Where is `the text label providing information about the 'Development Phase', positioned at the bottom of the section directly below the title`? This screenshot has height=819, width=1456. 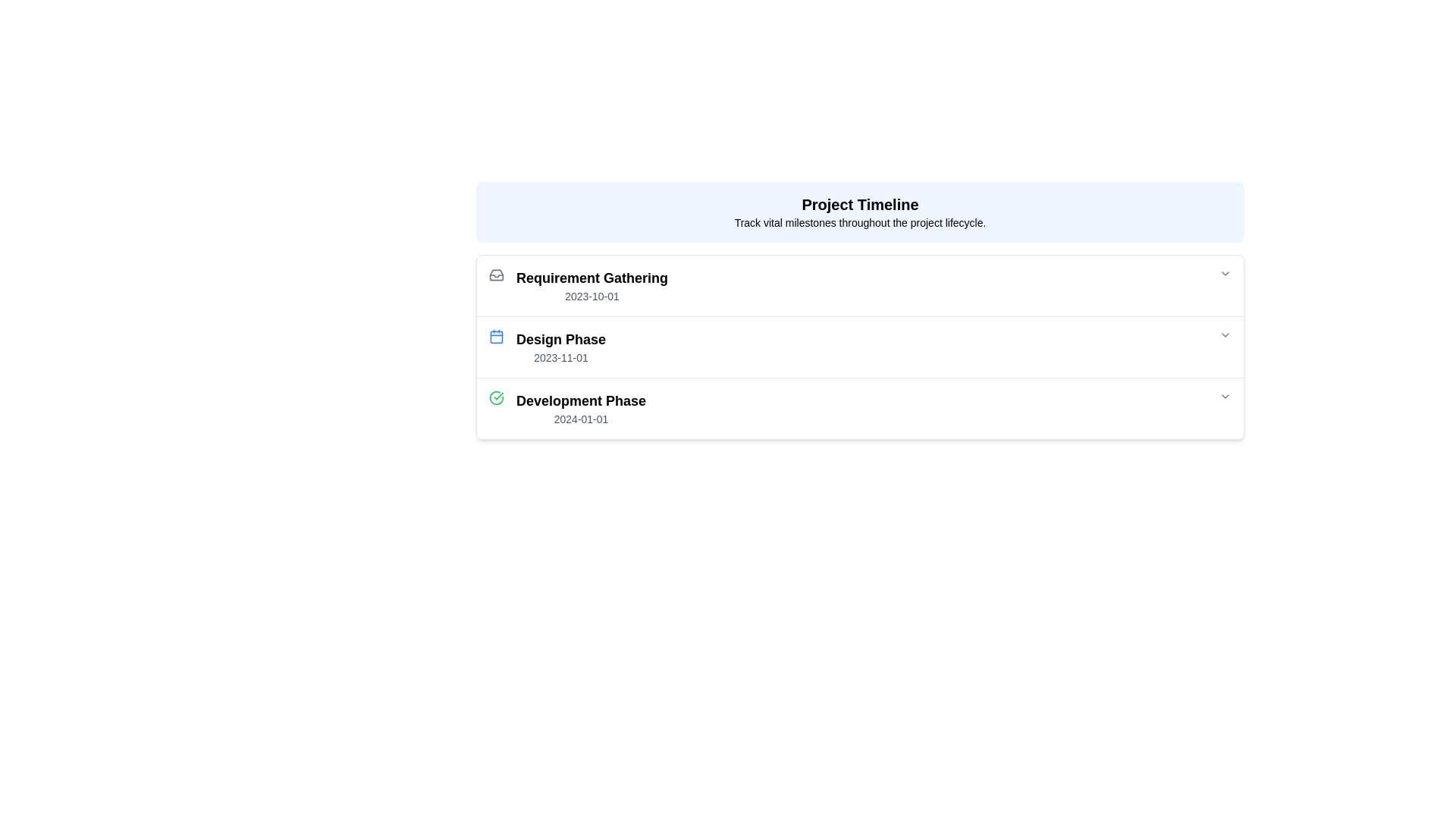 the text label providing information about the 'Development Phase', positioned at the bottom of the section directly below the title is located at coordinates (580, 419).